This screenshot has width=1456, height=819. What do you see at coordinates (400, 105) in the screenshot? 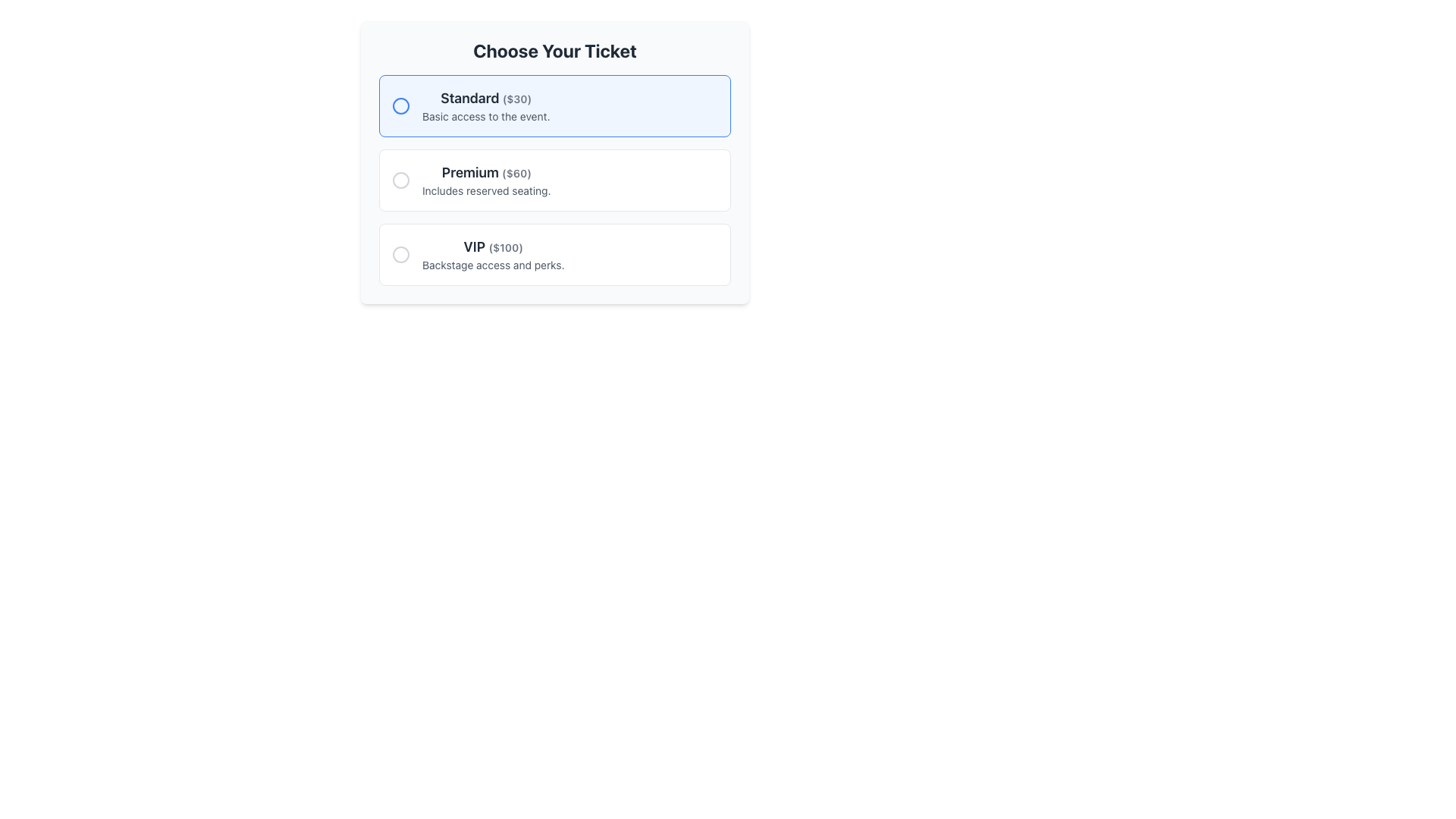
I see `the circular icon with a blue border and white fill next to the 'Standard ($30)' text in the 'Choose Your Ticket' selection list` at bounding box center [400, 105].